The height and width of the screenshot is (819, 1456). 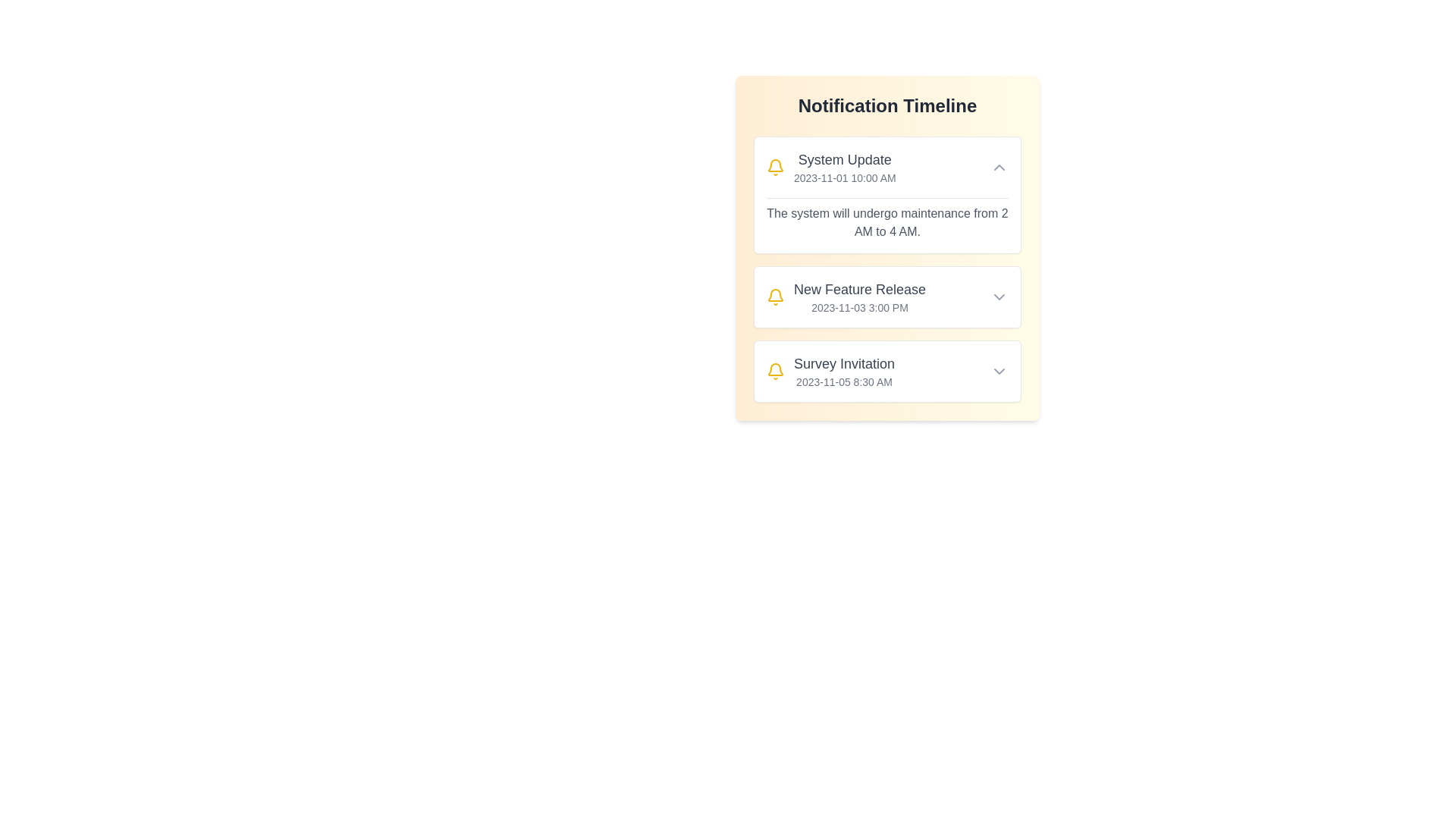 What do you see at coordinates (887, 297) in the screenshot?
I see `title of the Notification Card located in the Notification Timeline, which is the second entry below 'System Update' and above 'Survey Invitation'` at bounding box center [887, 297].